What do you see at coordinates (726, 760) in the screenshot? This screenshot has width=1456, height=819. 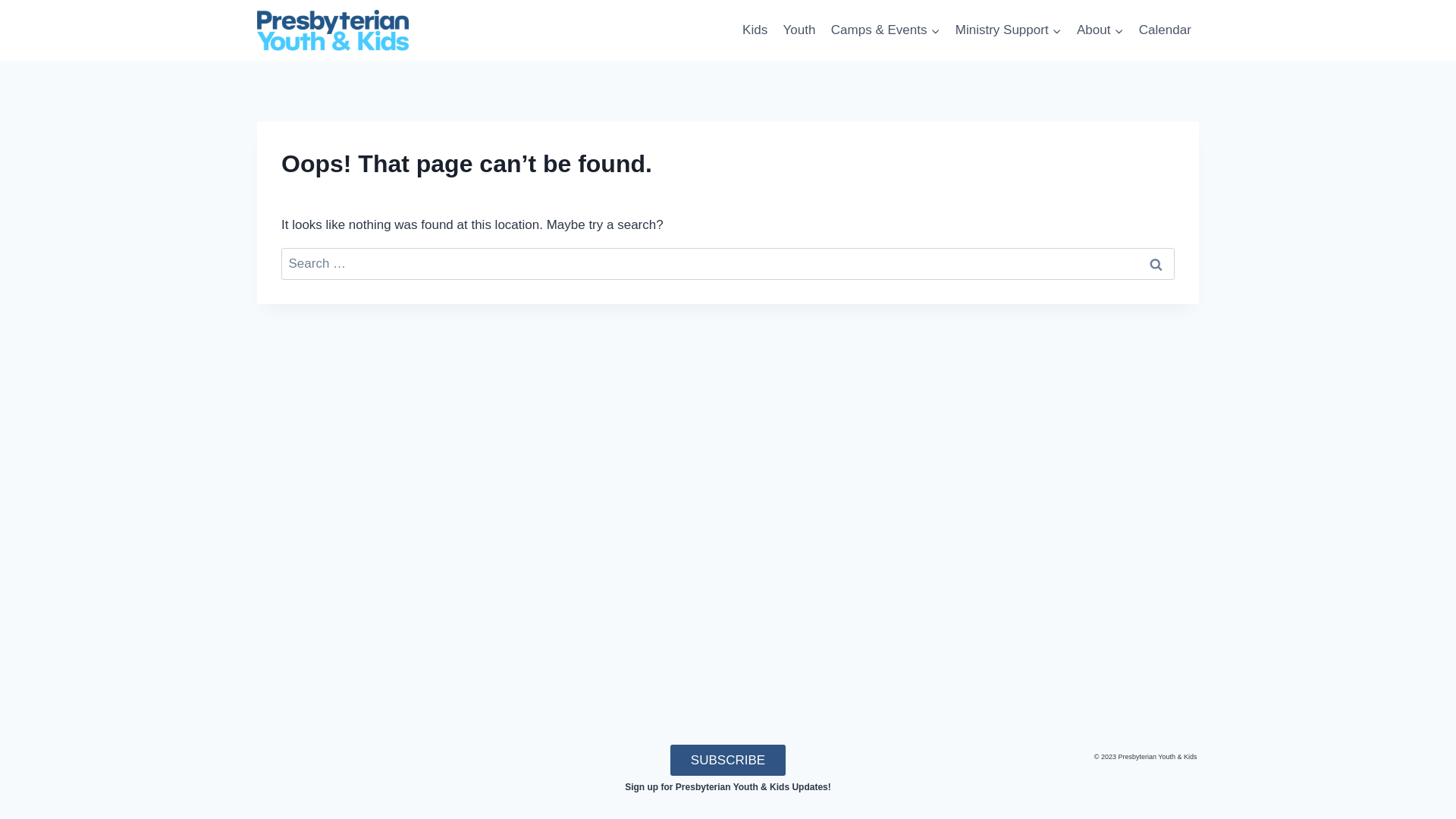 I see `'  SUBSCRIBE  '` at bounding box center [726, 760].